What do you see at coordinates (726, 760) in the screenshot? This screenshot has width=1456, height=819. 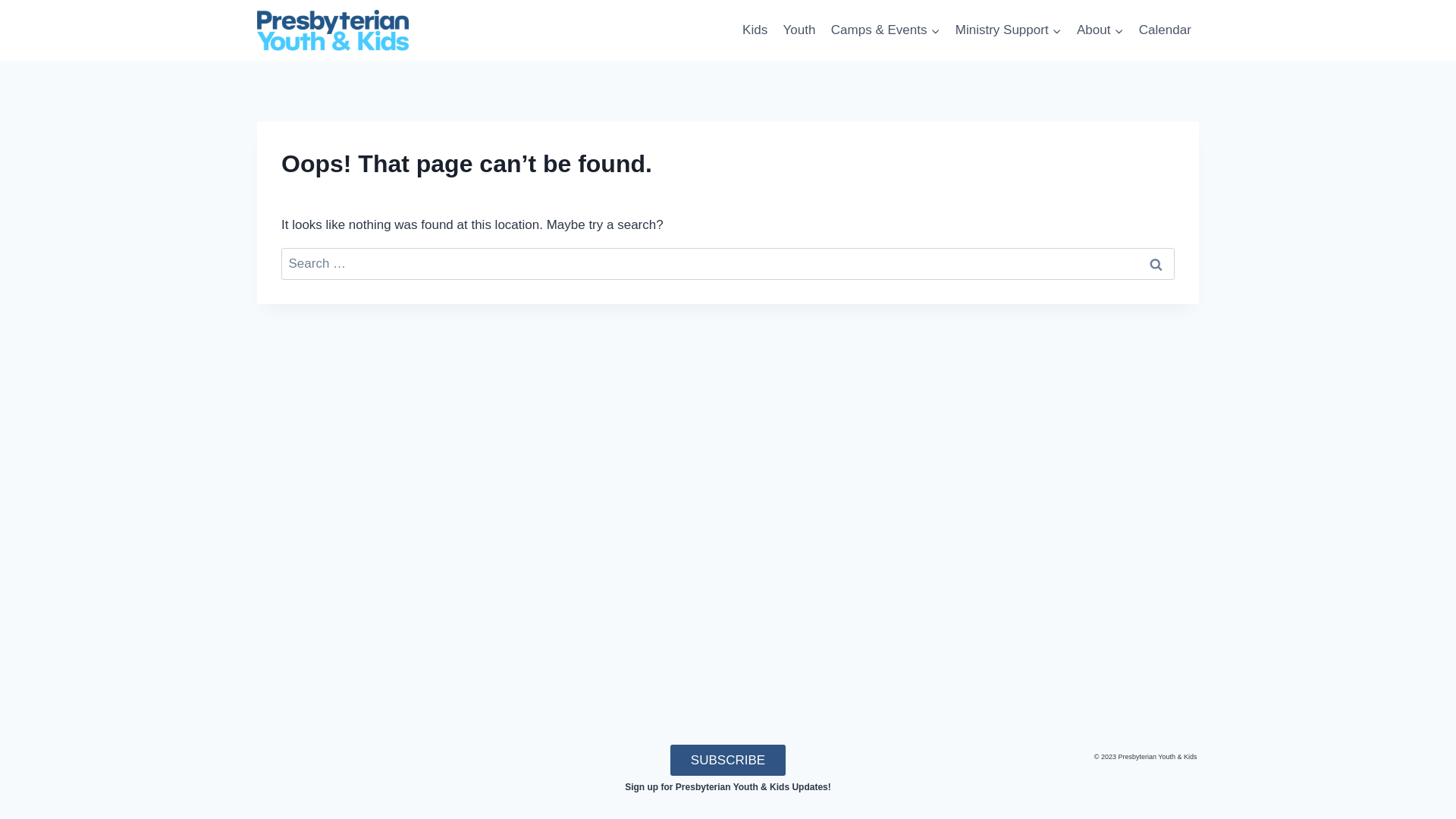 I see `'  SUBSCRIBE  '` at bounding box center [726, 760].